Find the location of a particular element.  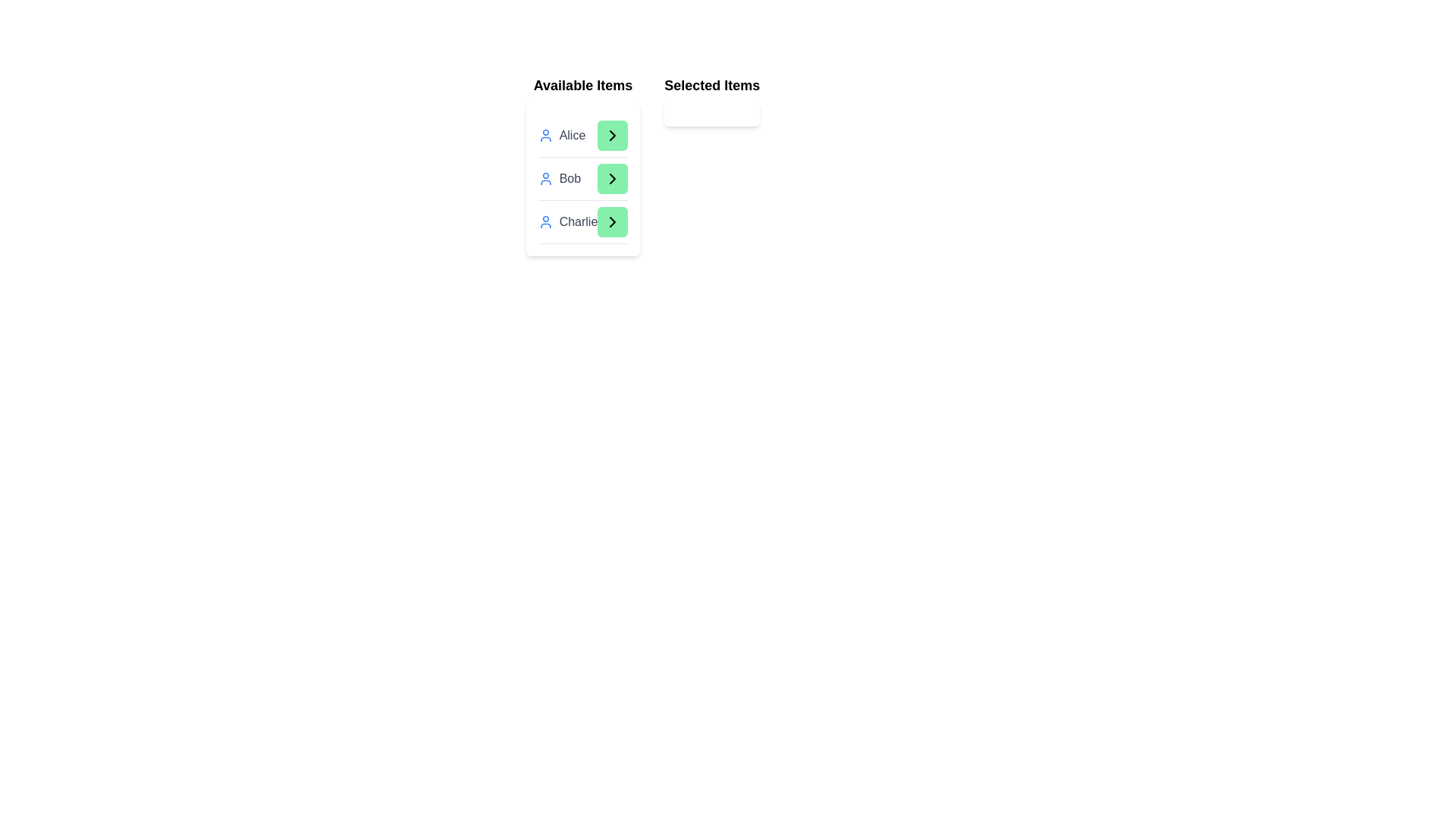

green arrow button next to the item Bob in the 'Available Items' list to transfer it to the 'Selected Items' list is located at coordinates (613, 177).